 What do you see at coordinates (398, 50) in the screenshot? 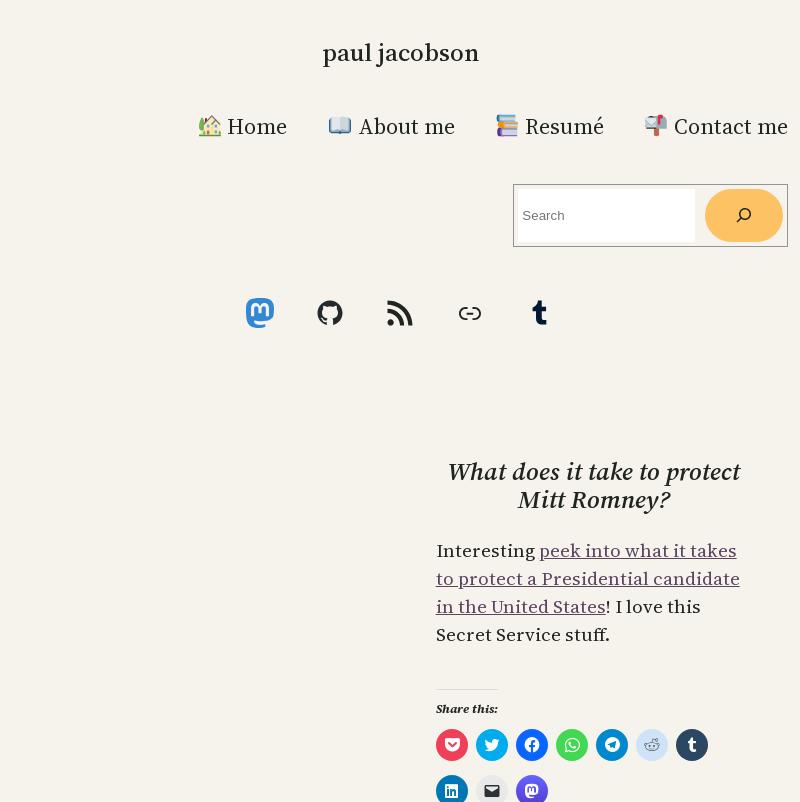
I see `'Paul Jacobson'` at bounding box center [398, 50].